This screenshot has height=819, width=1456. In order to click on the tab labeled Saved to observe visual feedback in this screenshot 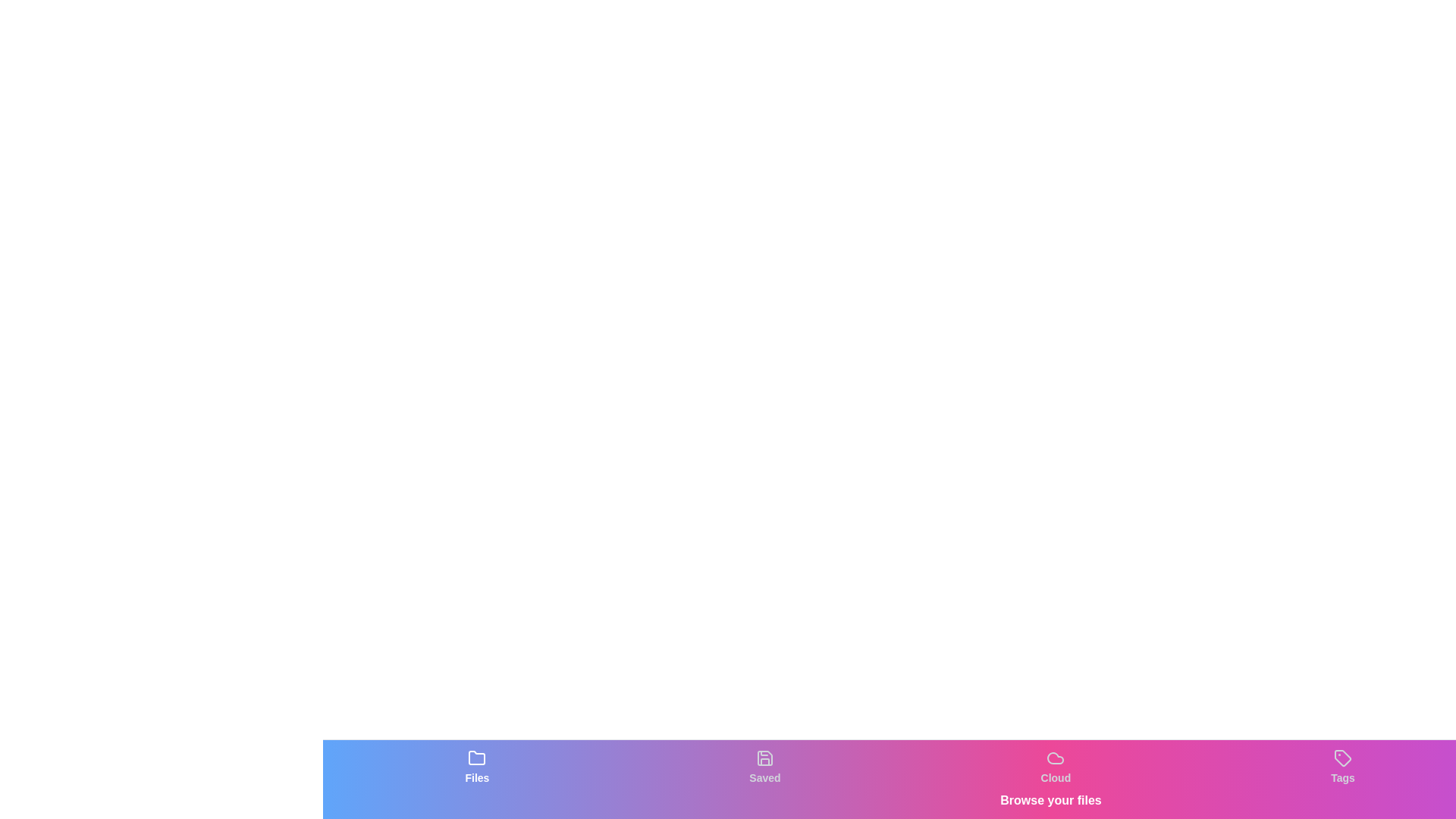, I will do `click(764, 767)`.